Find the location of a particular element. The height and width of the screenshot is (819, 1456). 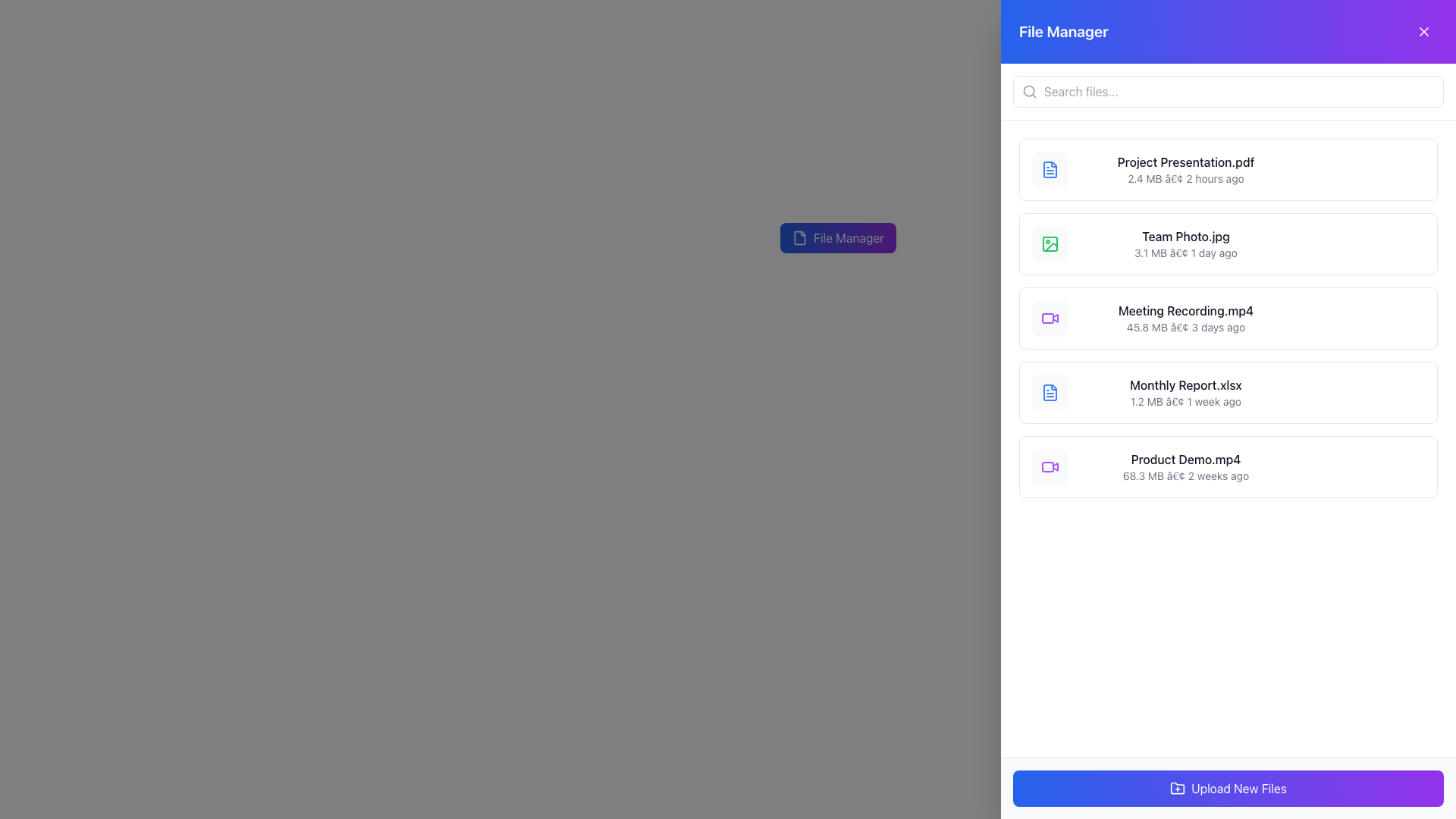

the graphical icon element (SVG rectangle) that serves as the base layer for a file type indicator in the 'File Manager' sidebar, located next to 'Team Photo.jpg' is located at coordinates (1050, 243).